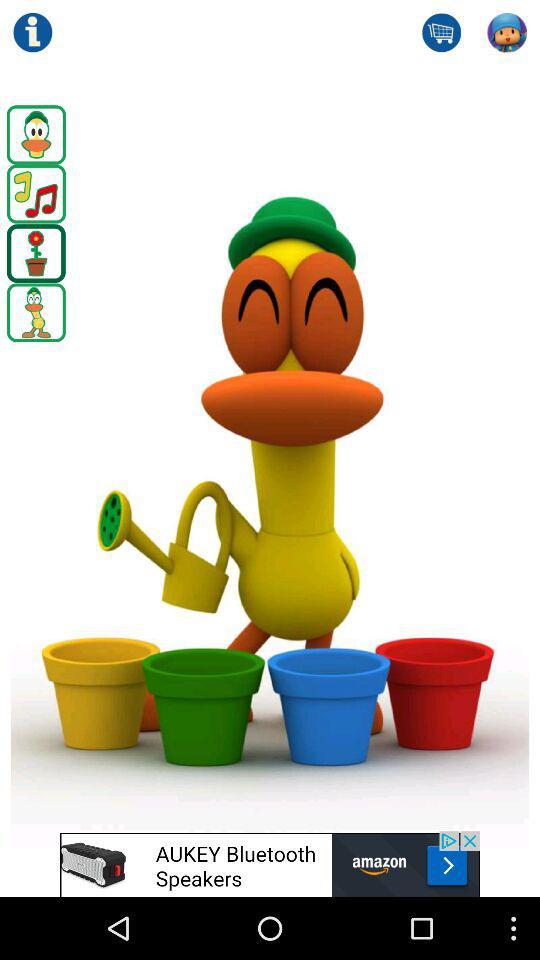 The height and width of the screenshot is (960, 540). Describe the element at coordinates (441, 34) in the screenshot. I see `the cart icon` at that location.